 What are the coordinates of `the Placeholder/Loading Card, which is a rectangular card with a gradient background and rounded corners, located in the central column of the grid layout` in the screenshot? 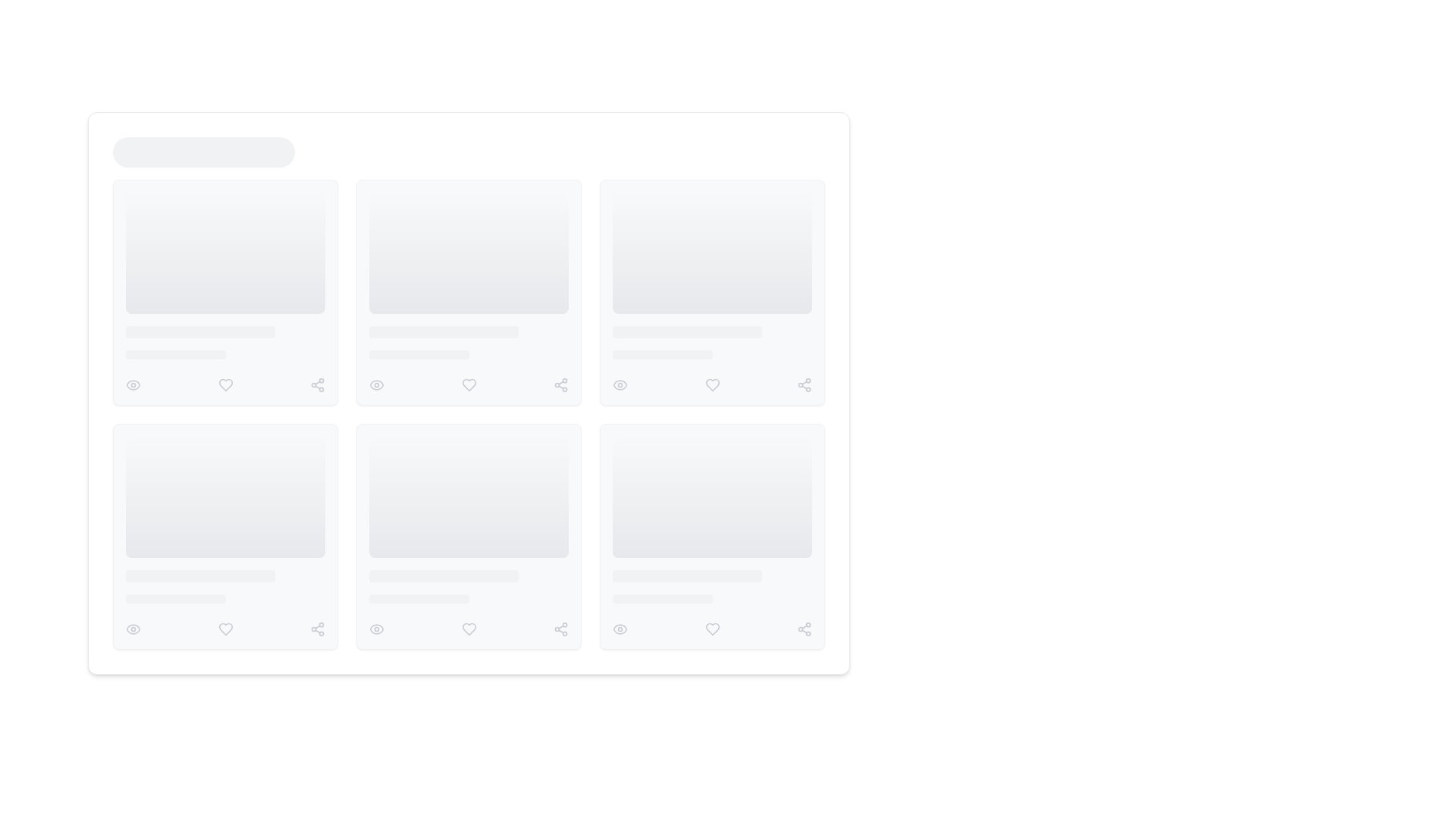 It's located at (468, 292).